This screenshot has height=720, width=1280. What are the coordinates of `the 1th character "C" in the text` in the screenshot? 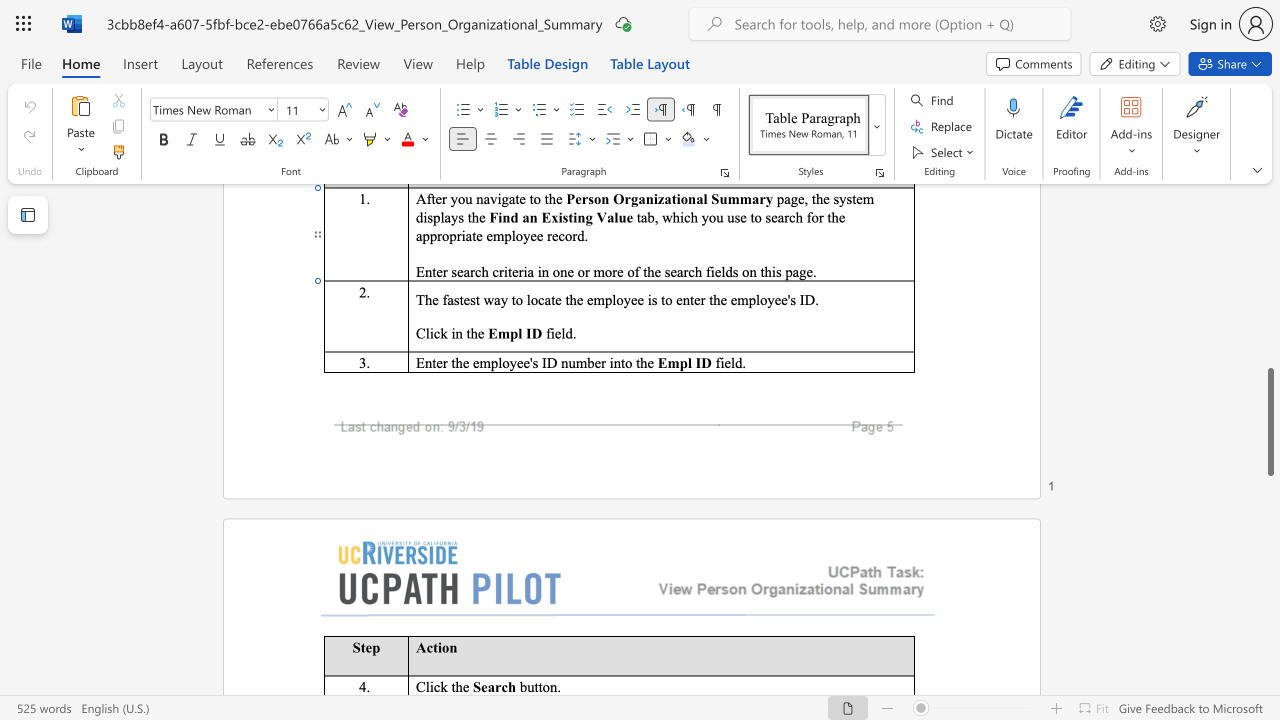 It's located at (419, 685).